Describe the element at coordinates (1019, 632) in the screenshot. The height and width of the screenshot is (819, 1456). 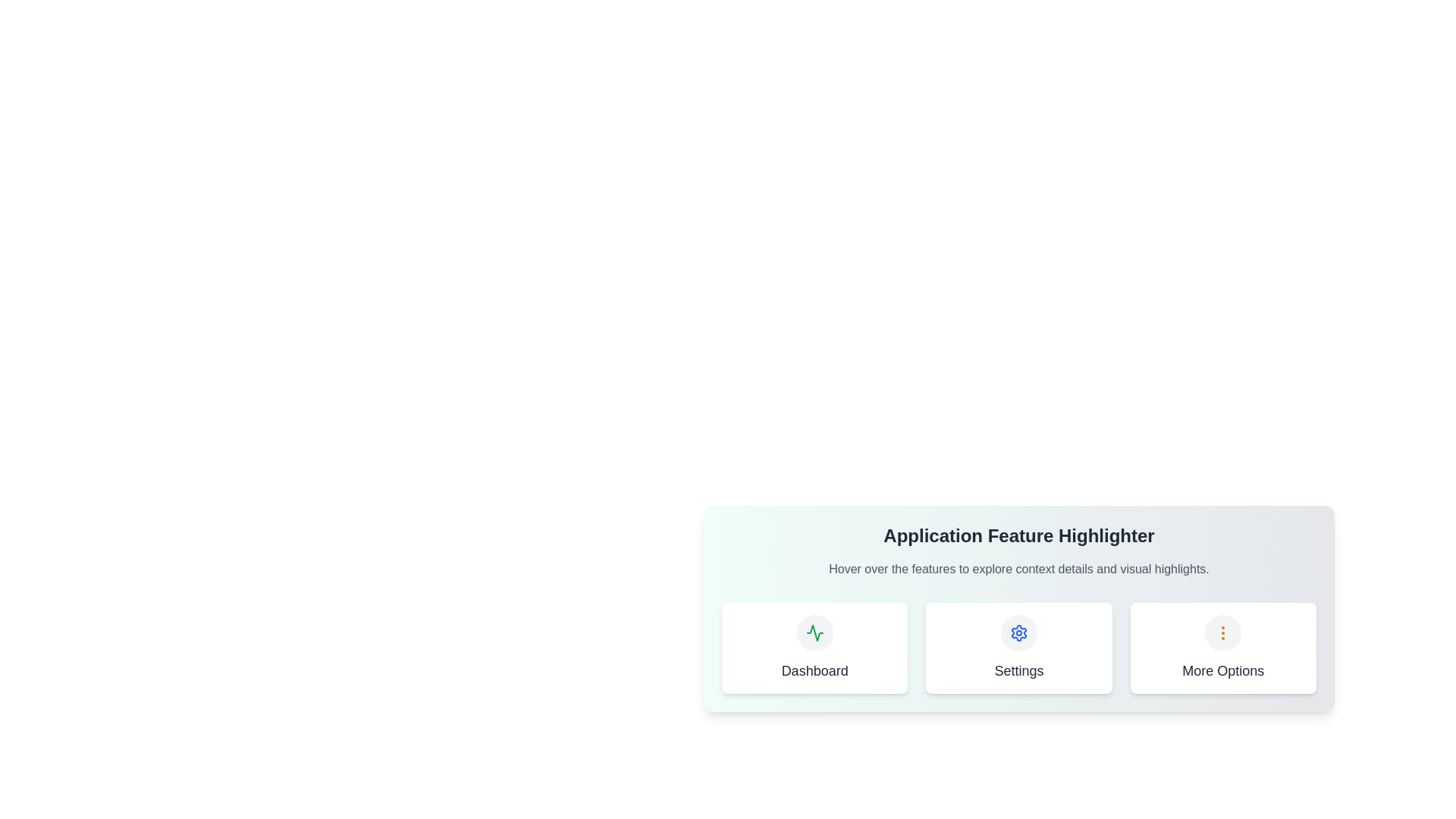
I see `the blue gear icon button located under the 'Settings' label` at that location.